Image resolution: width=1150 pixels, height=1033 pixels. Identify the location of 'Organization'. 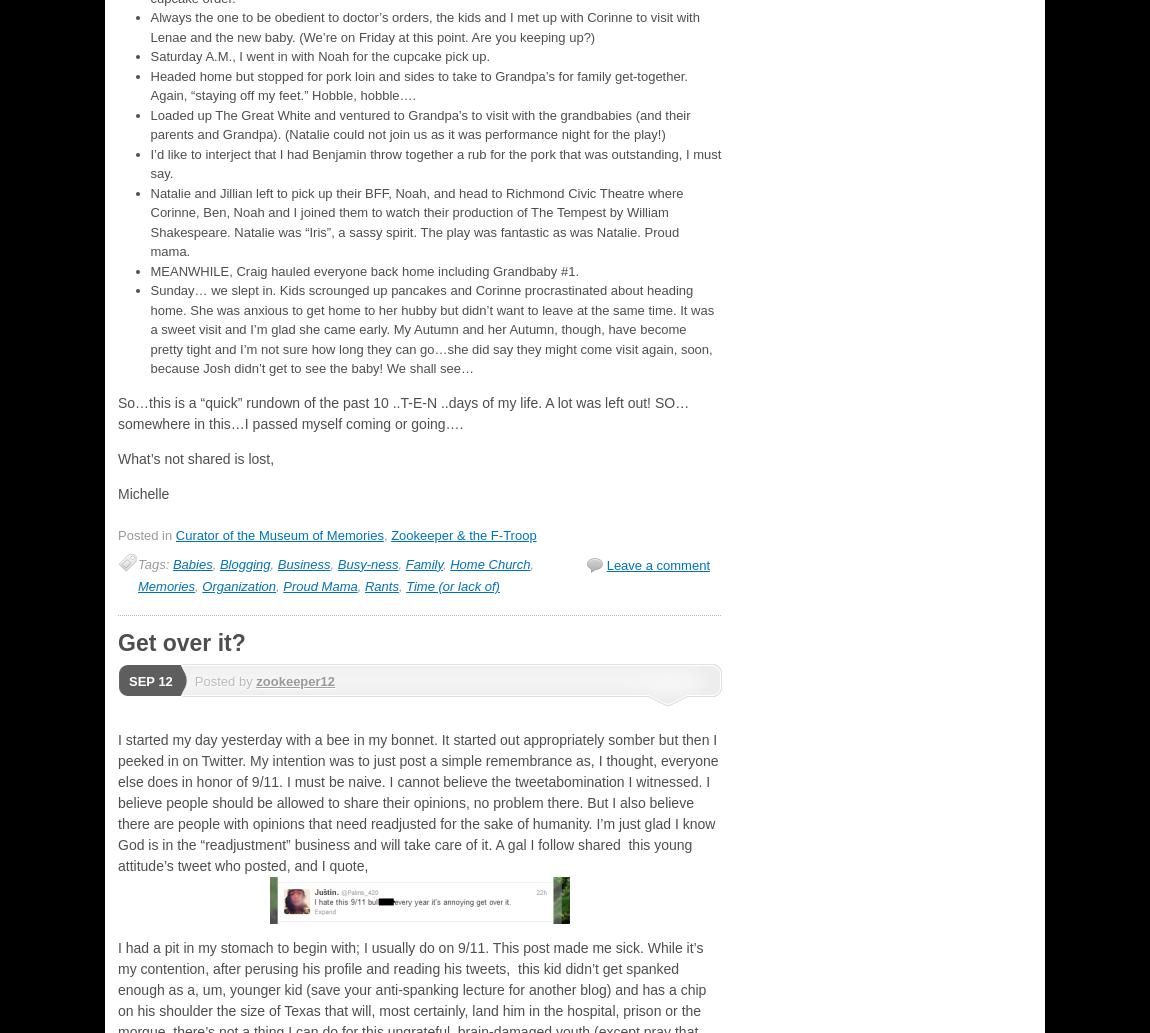
(201, 584).